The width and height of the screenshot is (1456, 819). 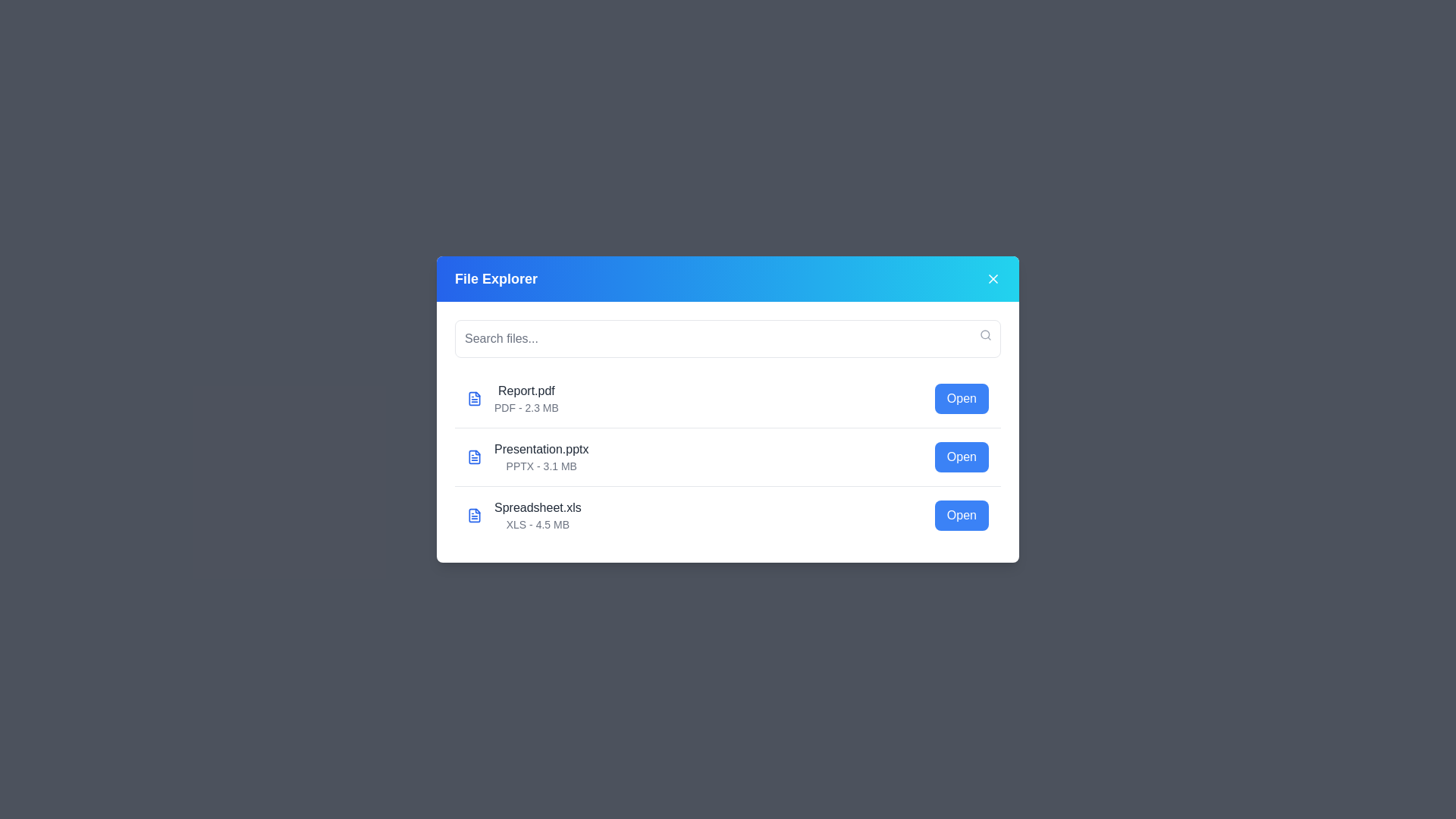 I want to click on the 'X' button to close the File Explorer dialog, so click(x=993, y=278).